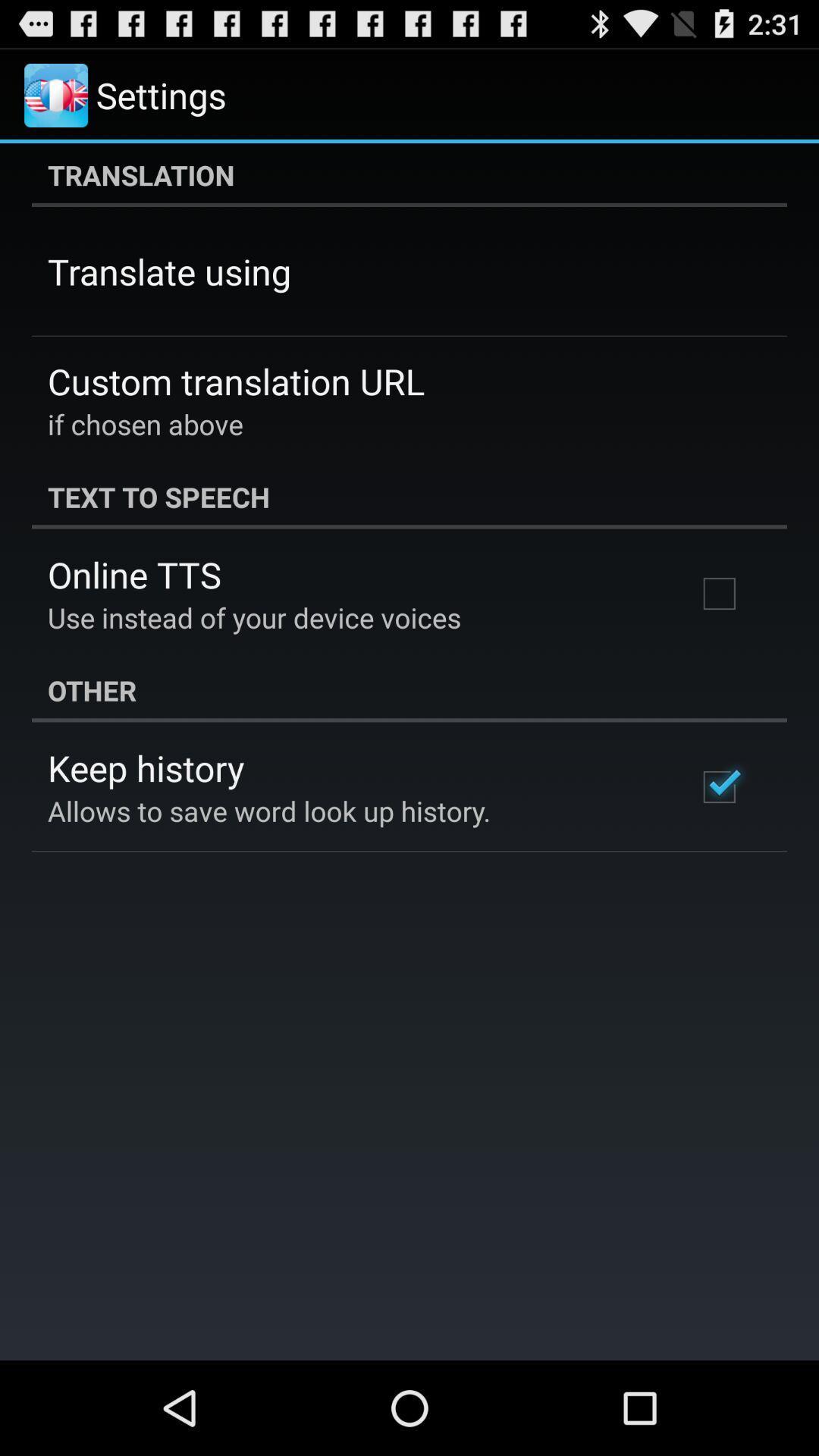 The height and width of the screenshot is (1456, 819). What do you see at coordinates (409, 497) in the screenshot?
I see `the text to speech app` at bounding box center [409, 497].